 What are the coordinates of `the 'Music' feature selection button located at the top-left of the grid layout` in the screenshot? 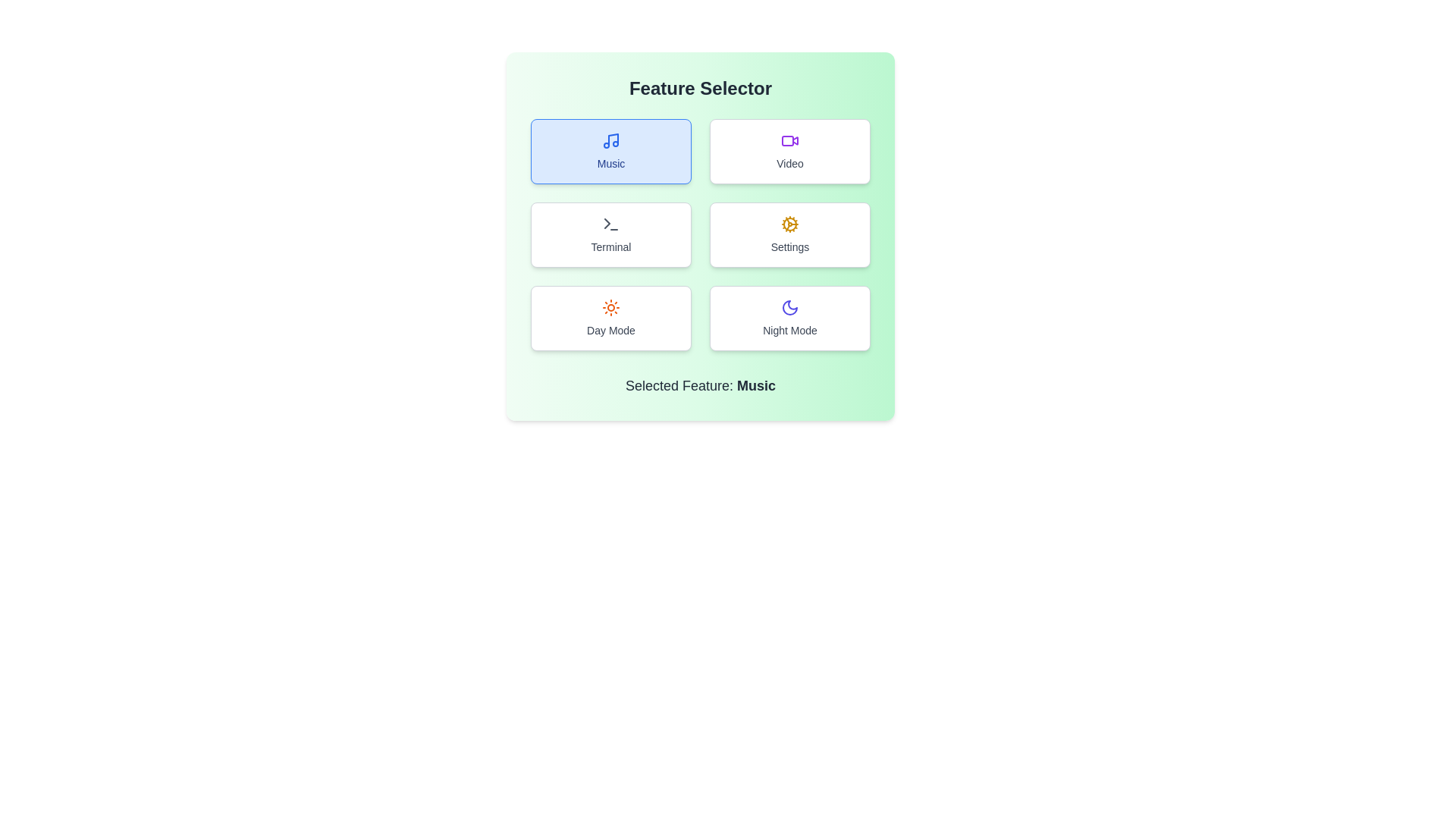 It's located at (611, 152).